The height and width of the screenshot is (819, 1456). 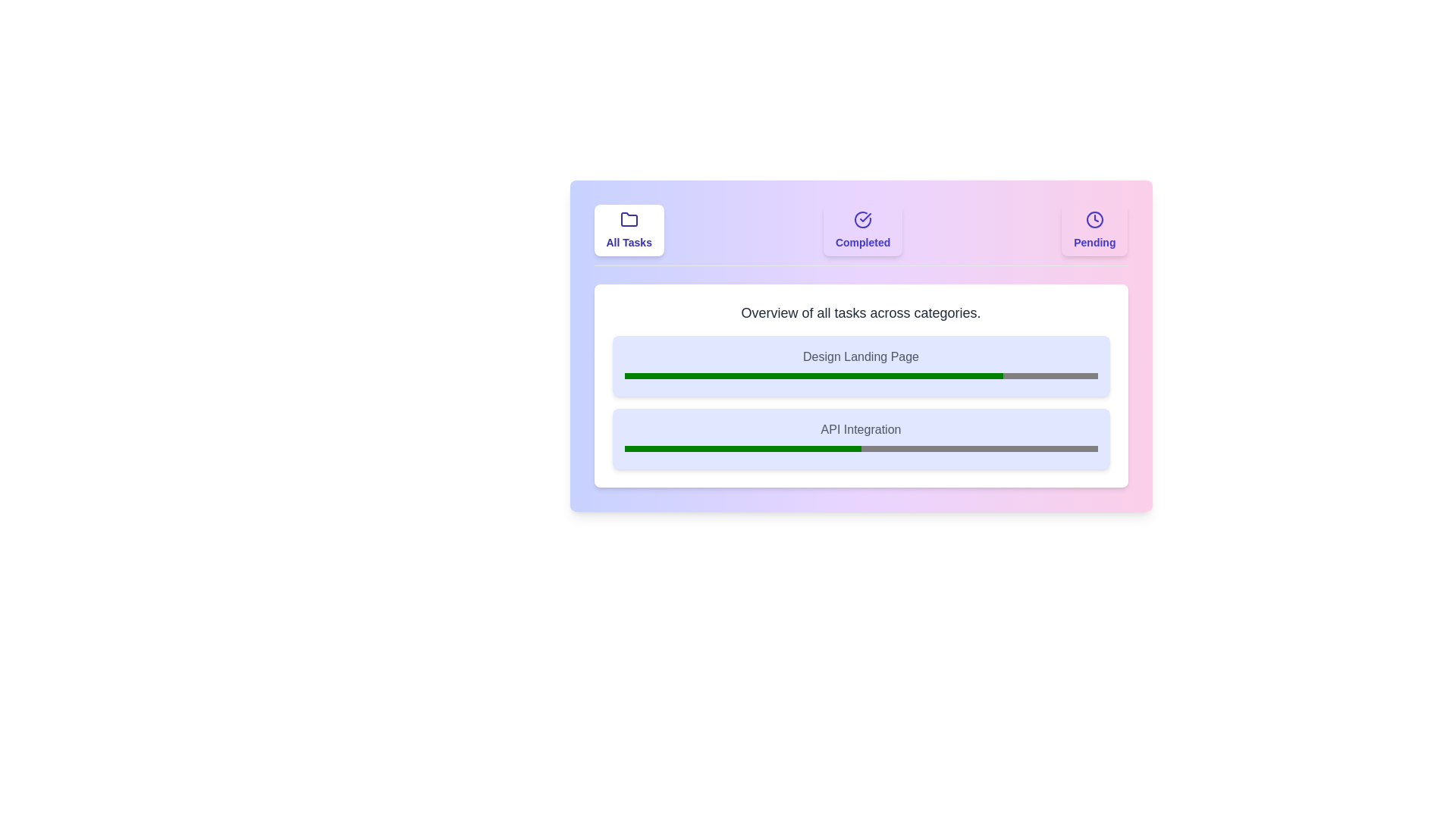 What do you see at coordinates (1094, 219) in the screenshot?
I see `the circular vector graphic element that indicates time within the 'Pending' button located at the top-right corner of the interface` at bounding box center [1094, 219].